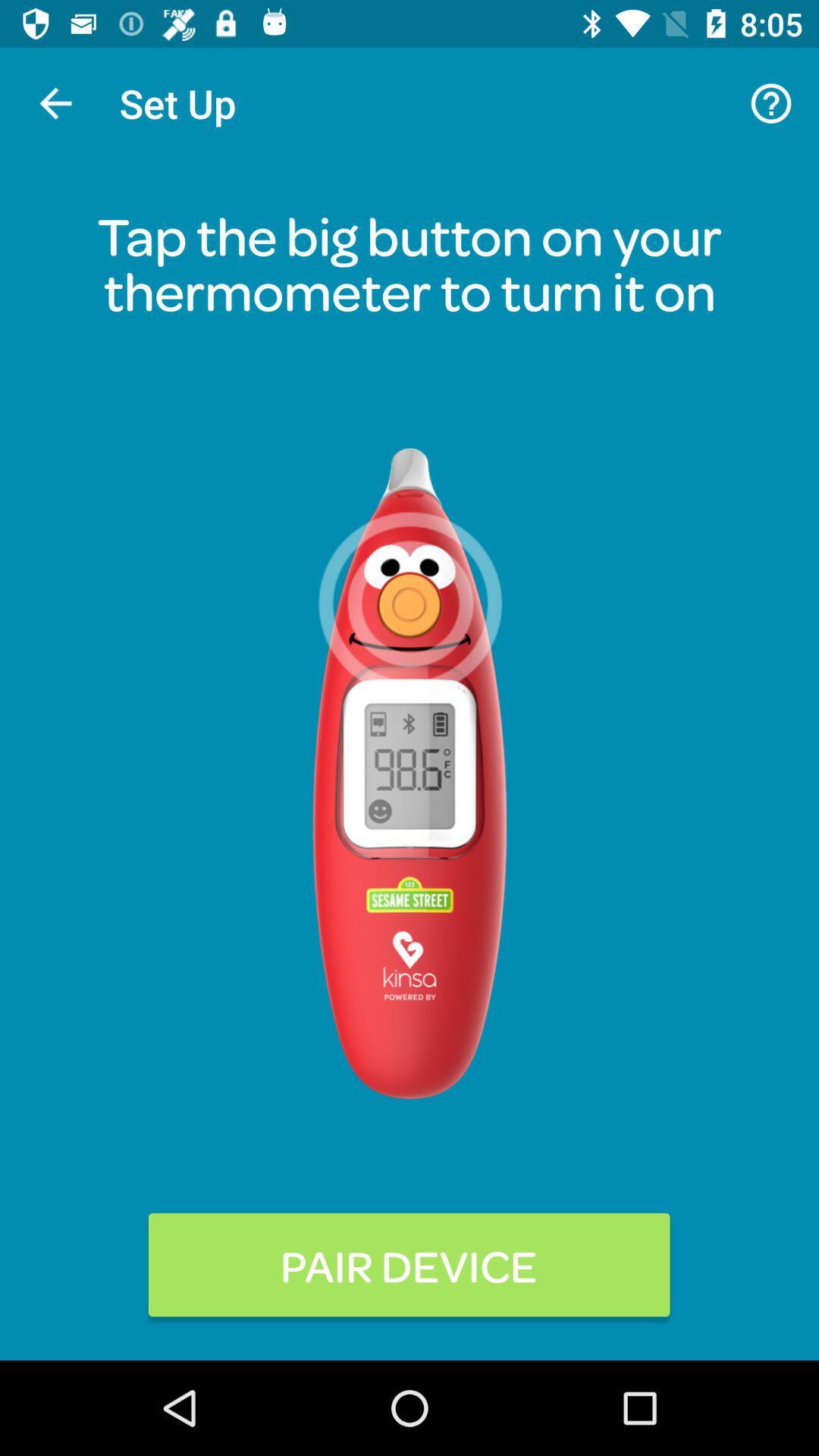  Describe the element at coordinates (771, 102) in the screenshot. I see `the icon above tap the big` at that location.